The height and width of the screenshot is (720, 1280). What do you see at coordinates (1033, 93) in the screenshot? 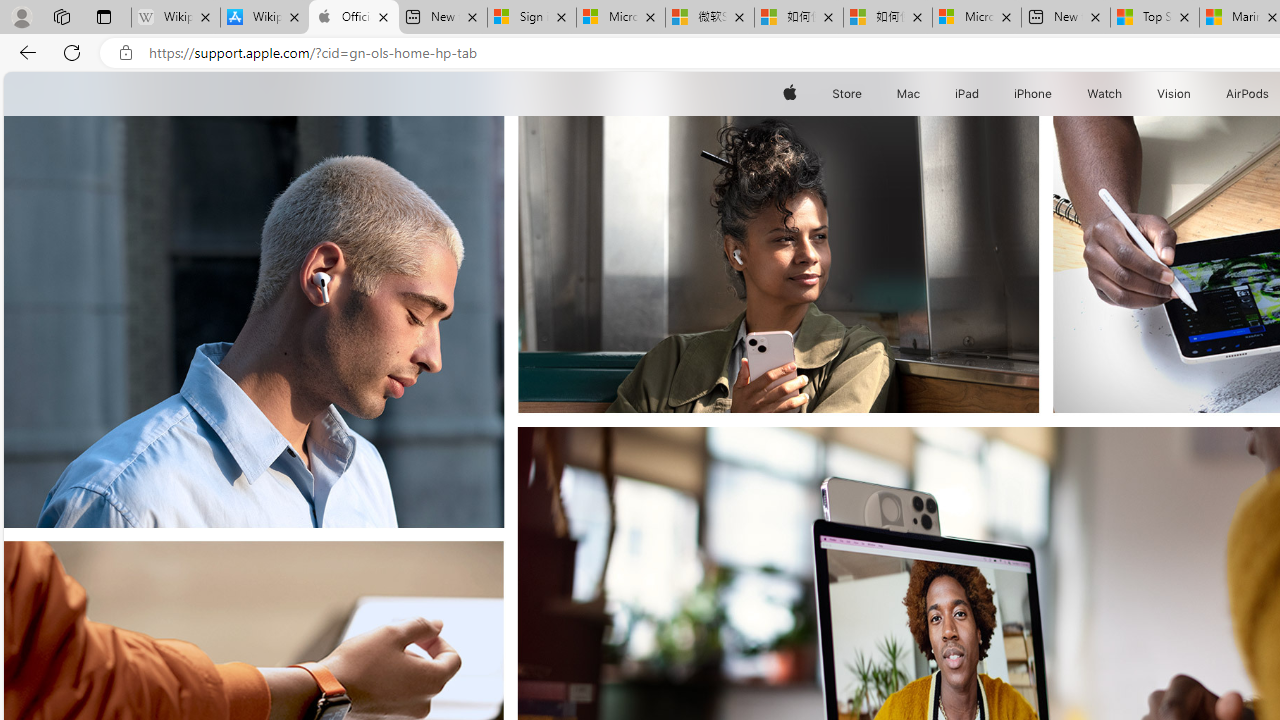
I see `'iPhone'` at bounding box center [1033, 93].